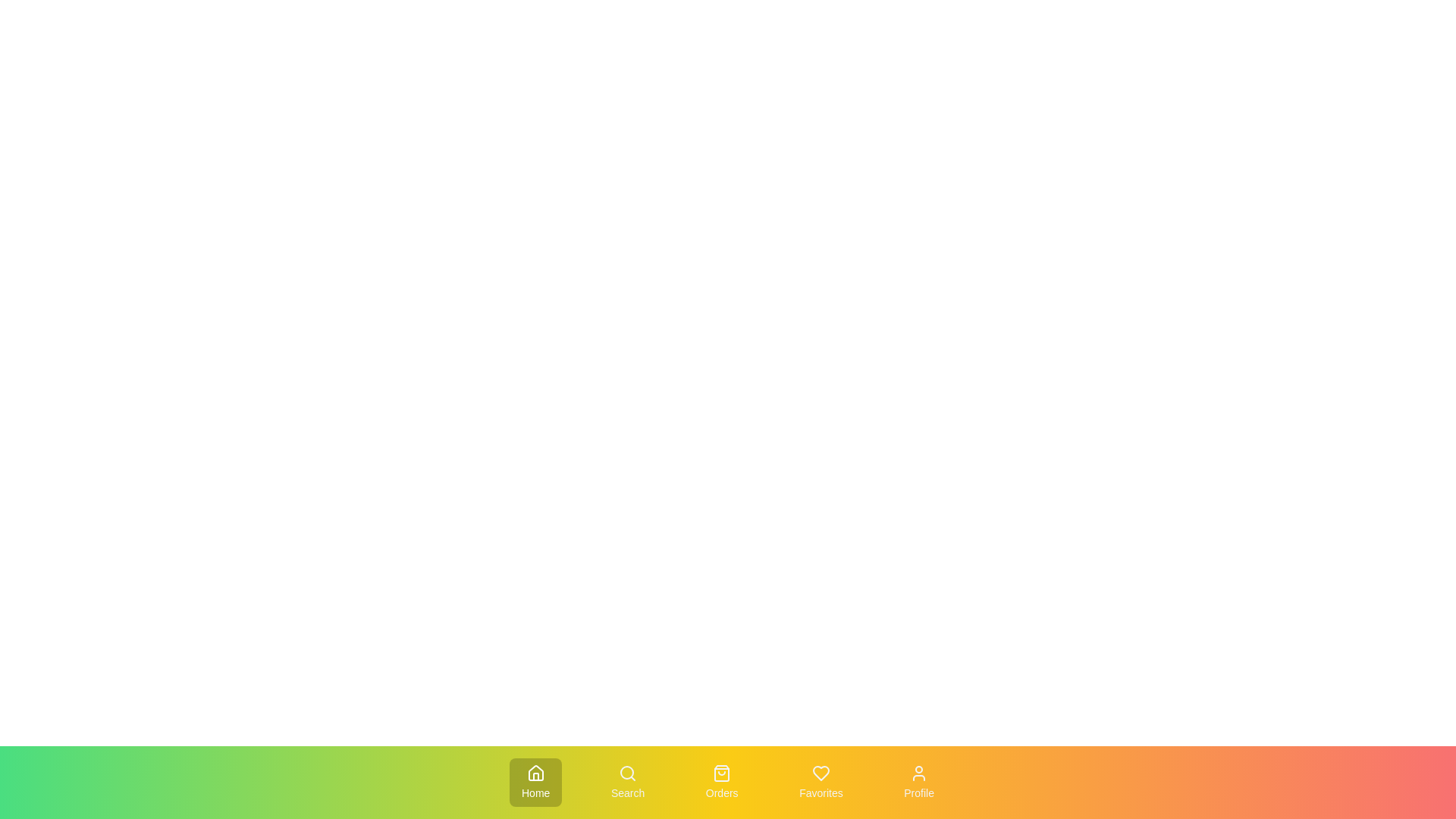 This screenshot has width=1456, height=819. I want to click on the Search tab to activate it, so click(628, 783).